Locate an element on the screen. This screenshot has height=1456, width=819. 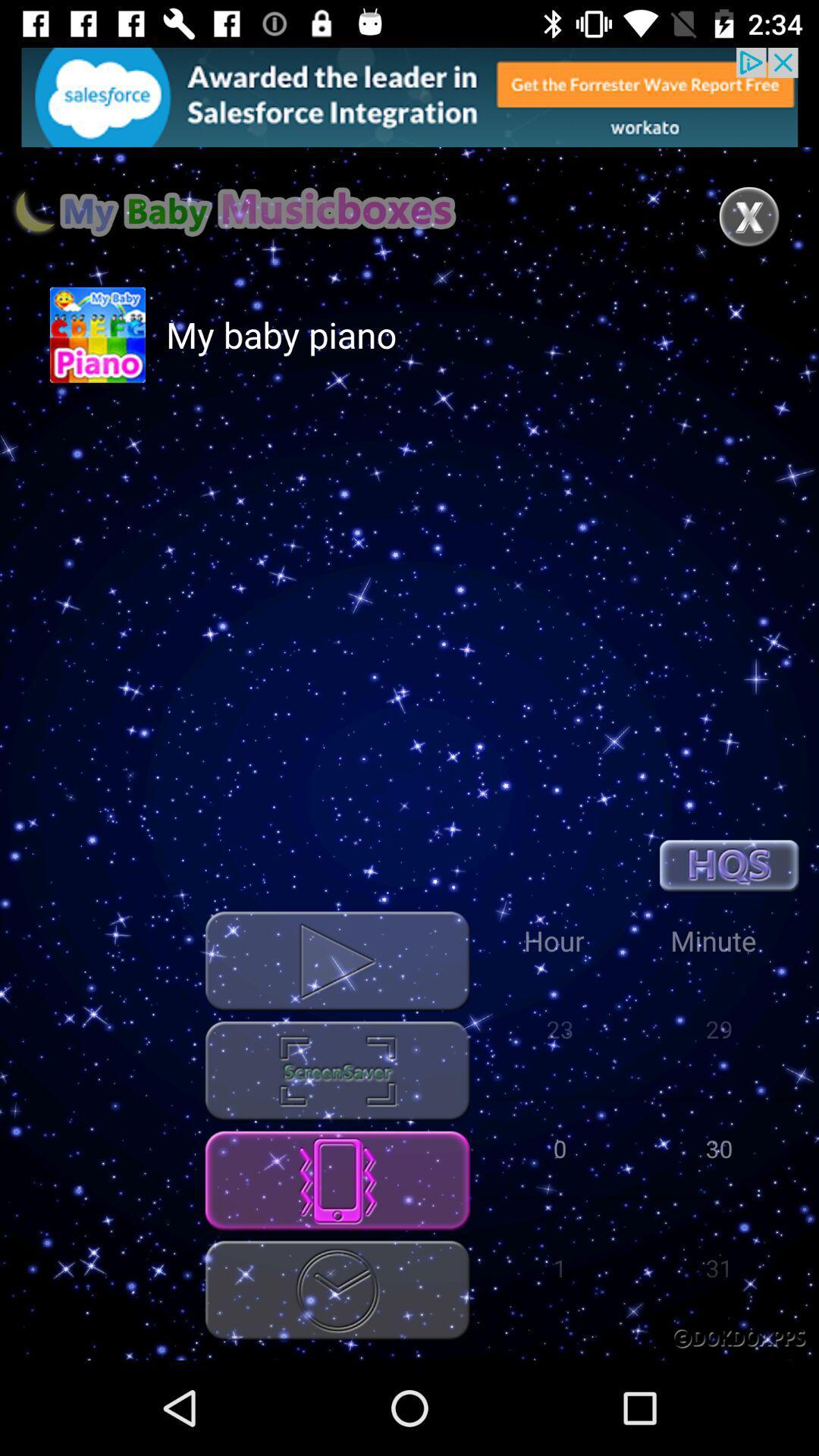
the page is located at coordinates (748, 216).